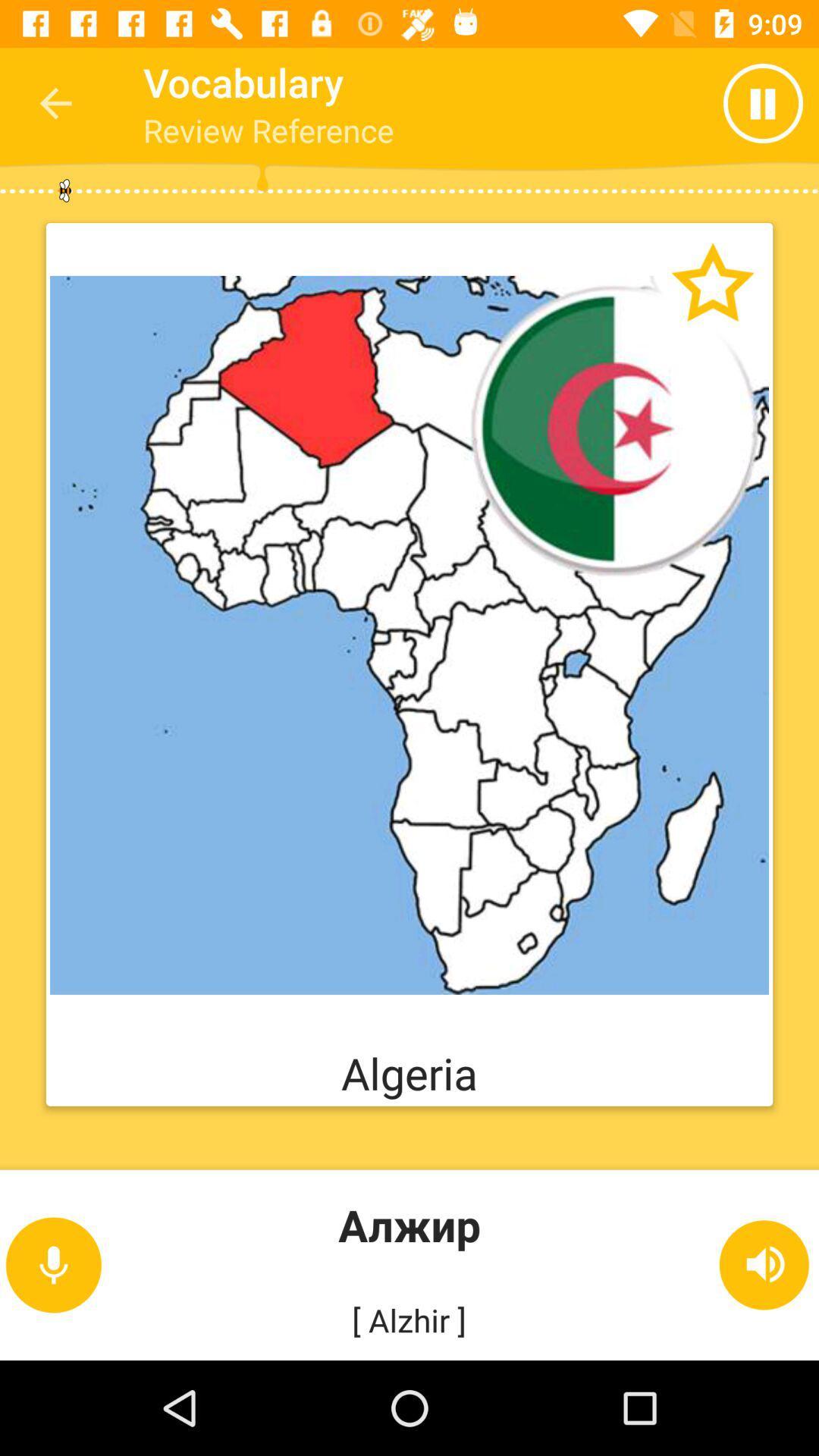 The height and width of the screenshot is (1456, 819). What do you see at coordinates (765, 1265) in the screenshot?
I see `the volume icon` at bounding box center [765, 1265].